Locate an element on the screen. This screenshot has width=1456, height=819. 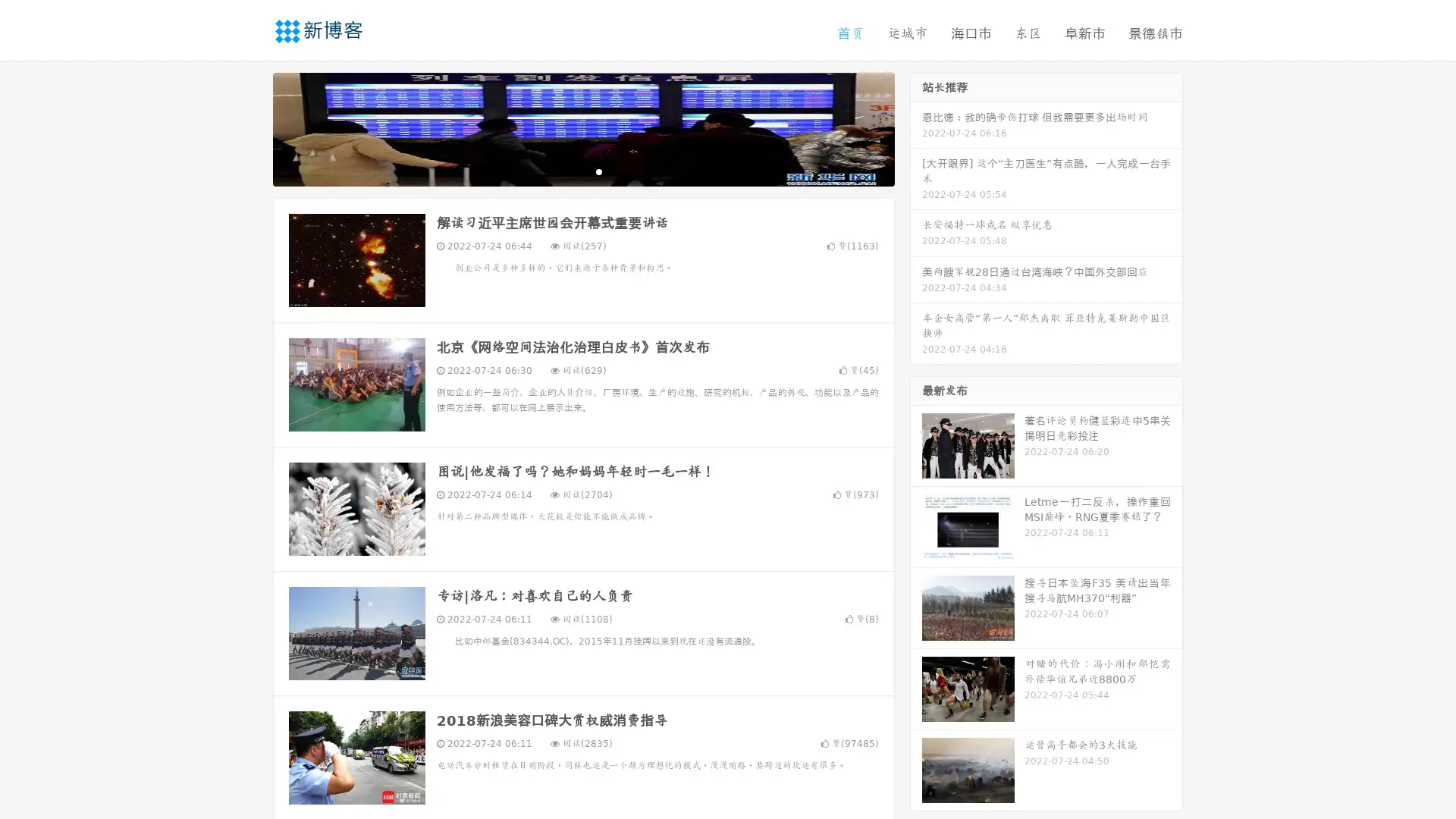
Next slide is located at coordinates (916, 127).